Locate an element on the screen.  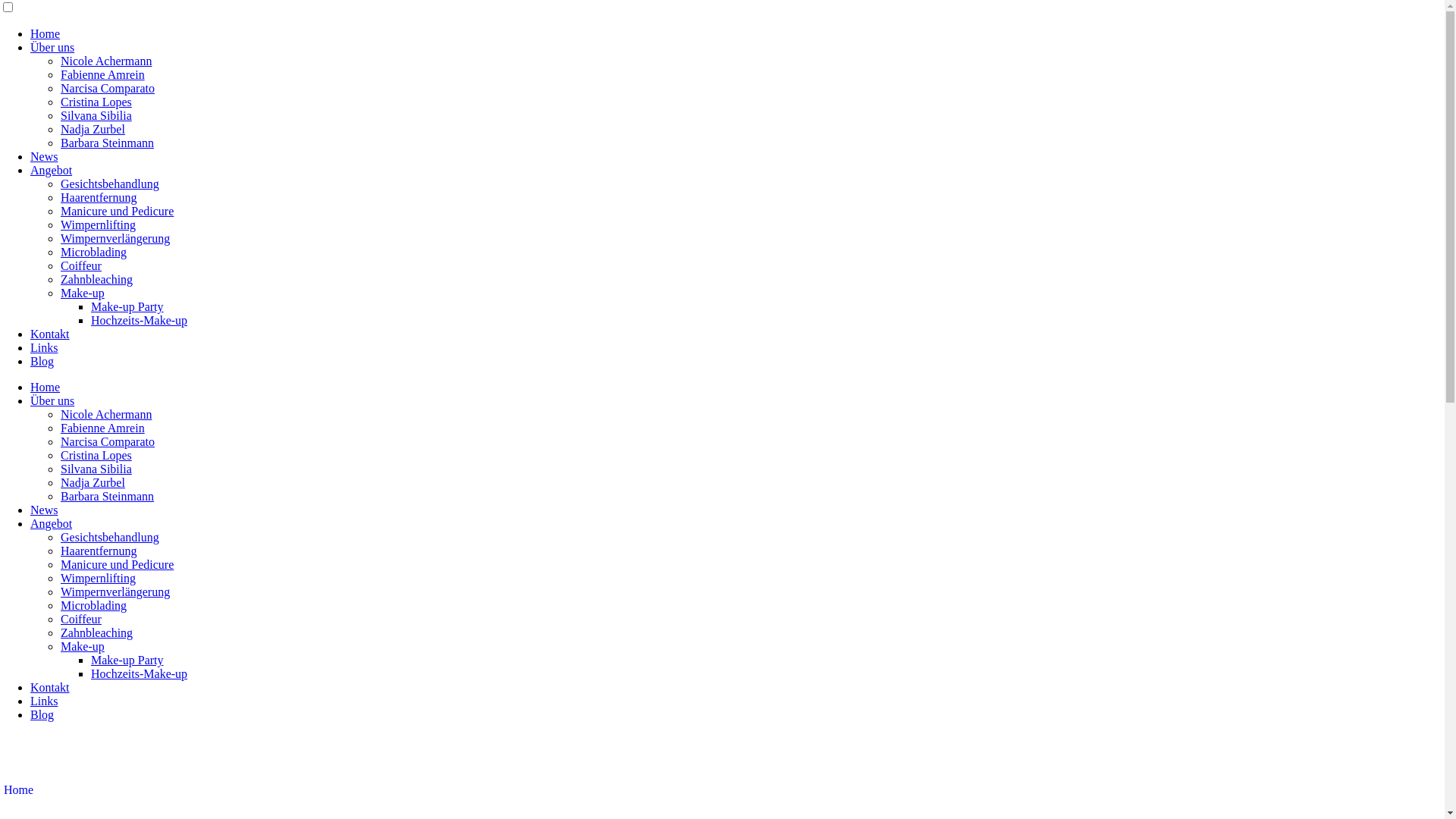
'Fabienne Amrein' is located at coordinates (102, 74).